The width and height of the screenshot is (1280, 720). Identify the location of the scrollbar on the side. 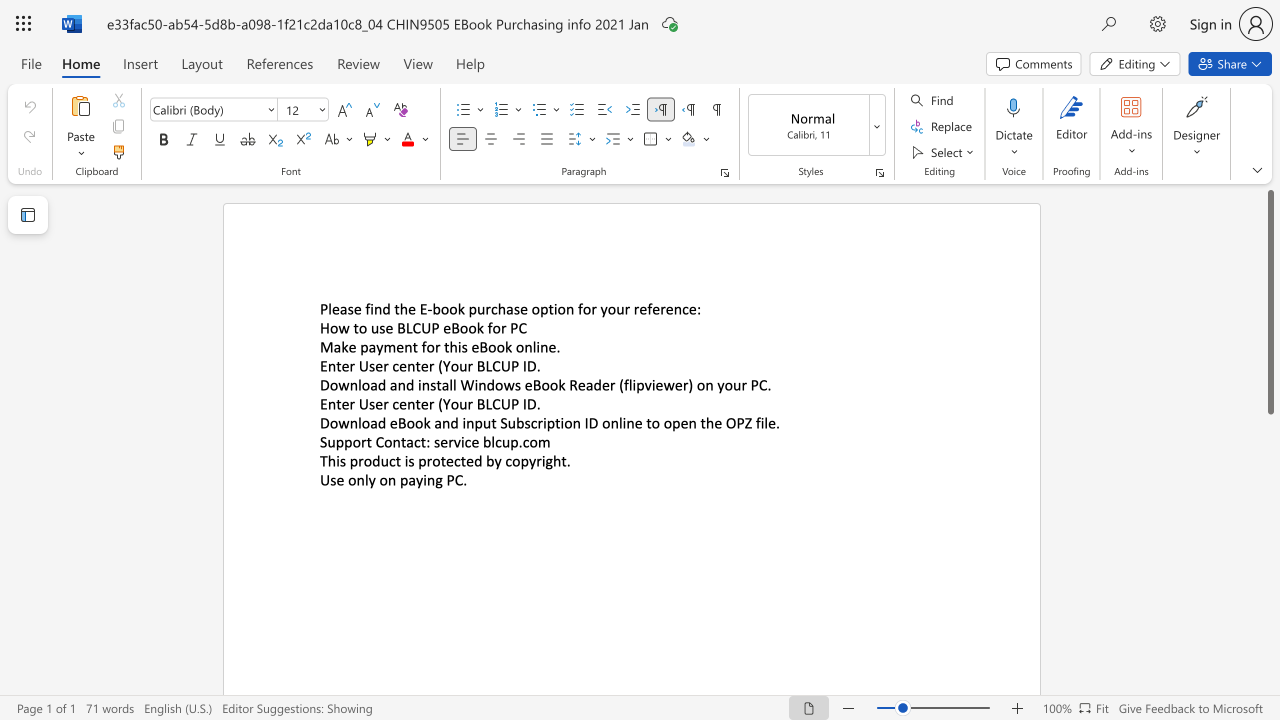
(1269, 588).